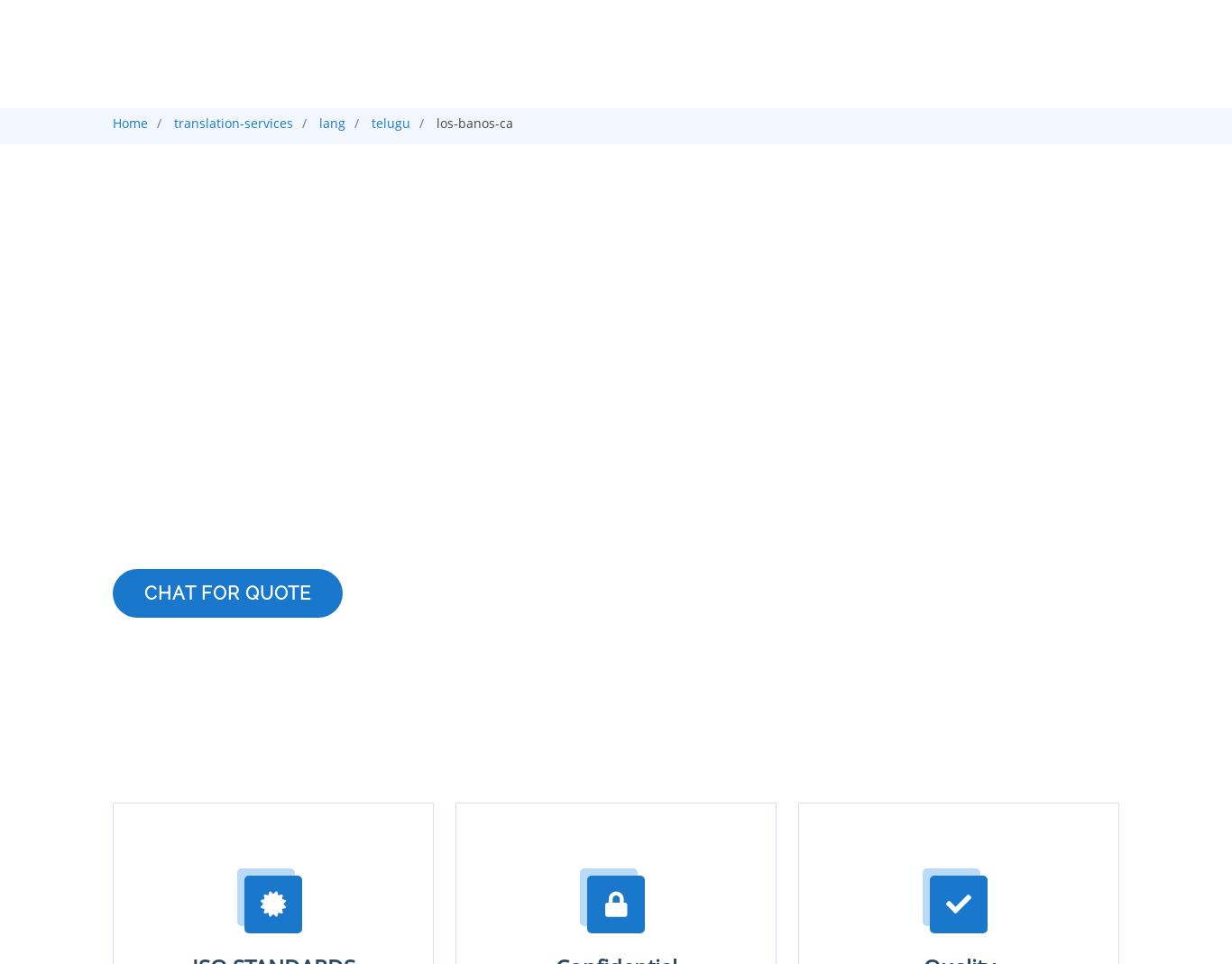 The height and width of the screenshot is (964, 1232). I want to click on 'Croatian', so click(486, 78).